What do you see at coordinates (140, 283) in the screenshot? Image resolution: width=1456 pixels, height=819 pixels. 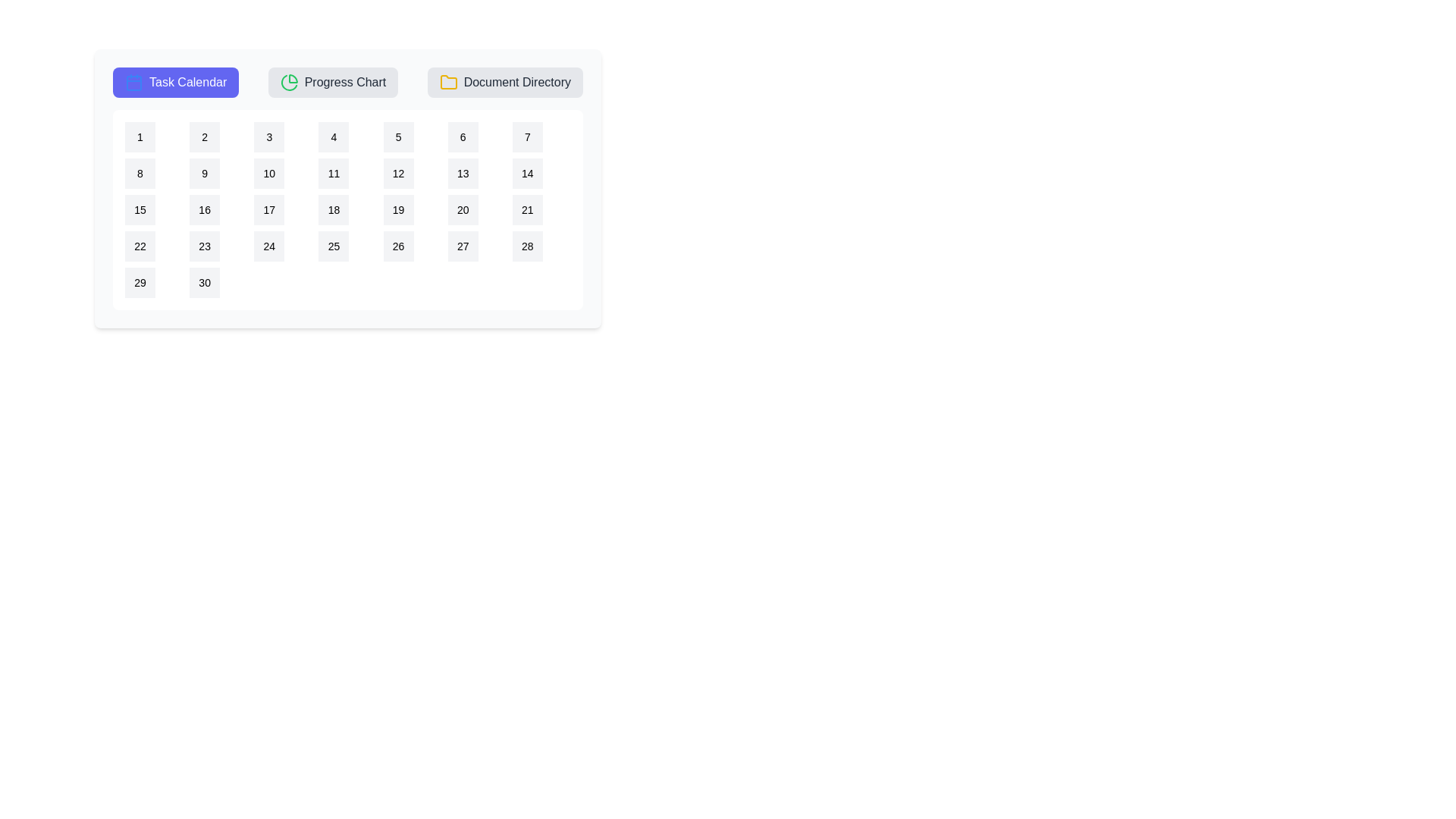 I see `the calendar date 29` at bounding box center [140, 283].